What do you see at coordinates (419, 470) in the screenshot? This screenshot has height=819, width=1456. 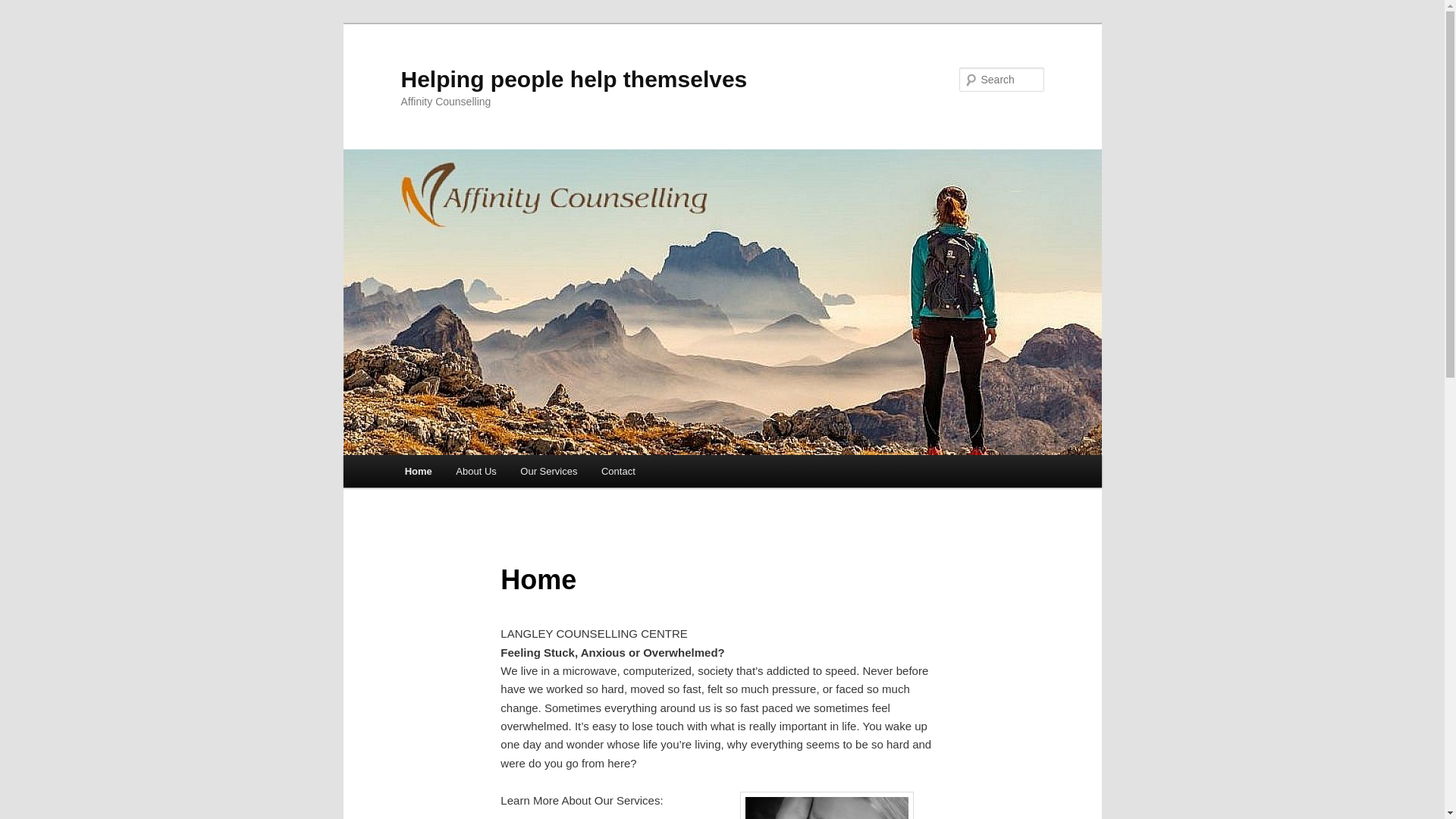 I see `'Home'` at bounding box center [419, 470].